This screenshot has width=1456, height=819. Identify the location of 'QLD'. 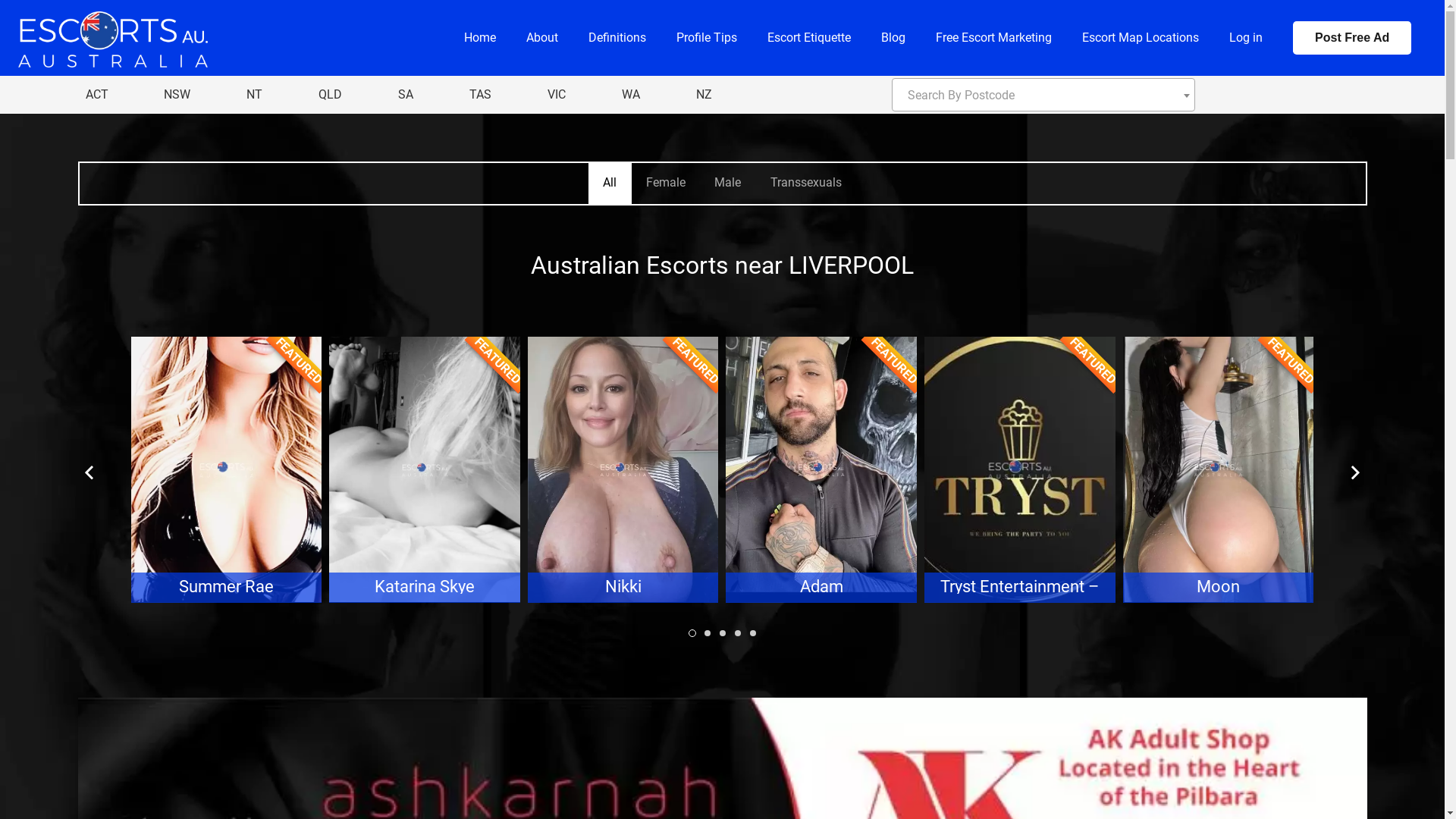
(329, 94).